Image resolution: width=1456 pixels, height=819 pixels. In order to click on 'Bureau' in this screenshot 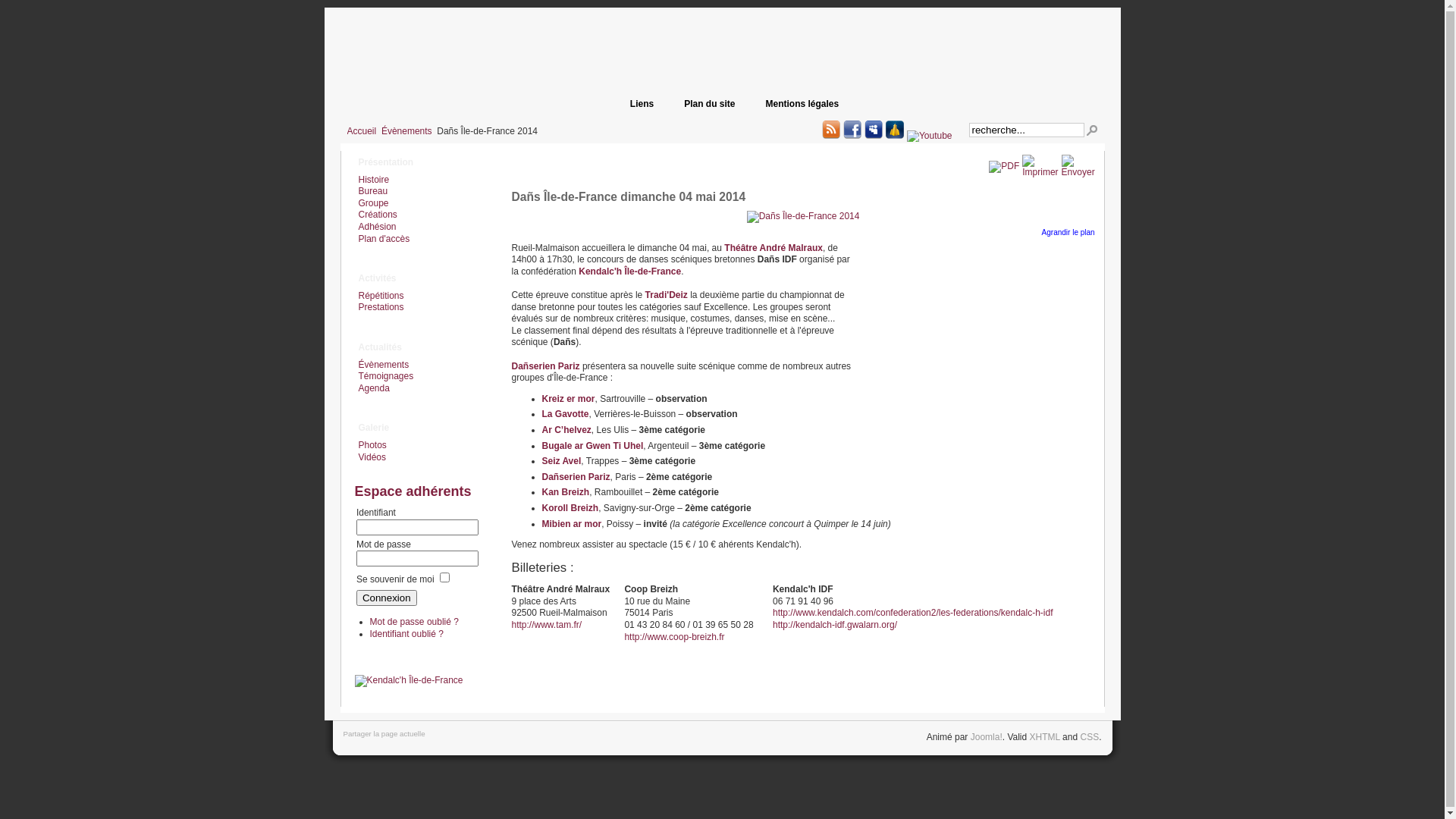, I will do `click(371, 190)`.